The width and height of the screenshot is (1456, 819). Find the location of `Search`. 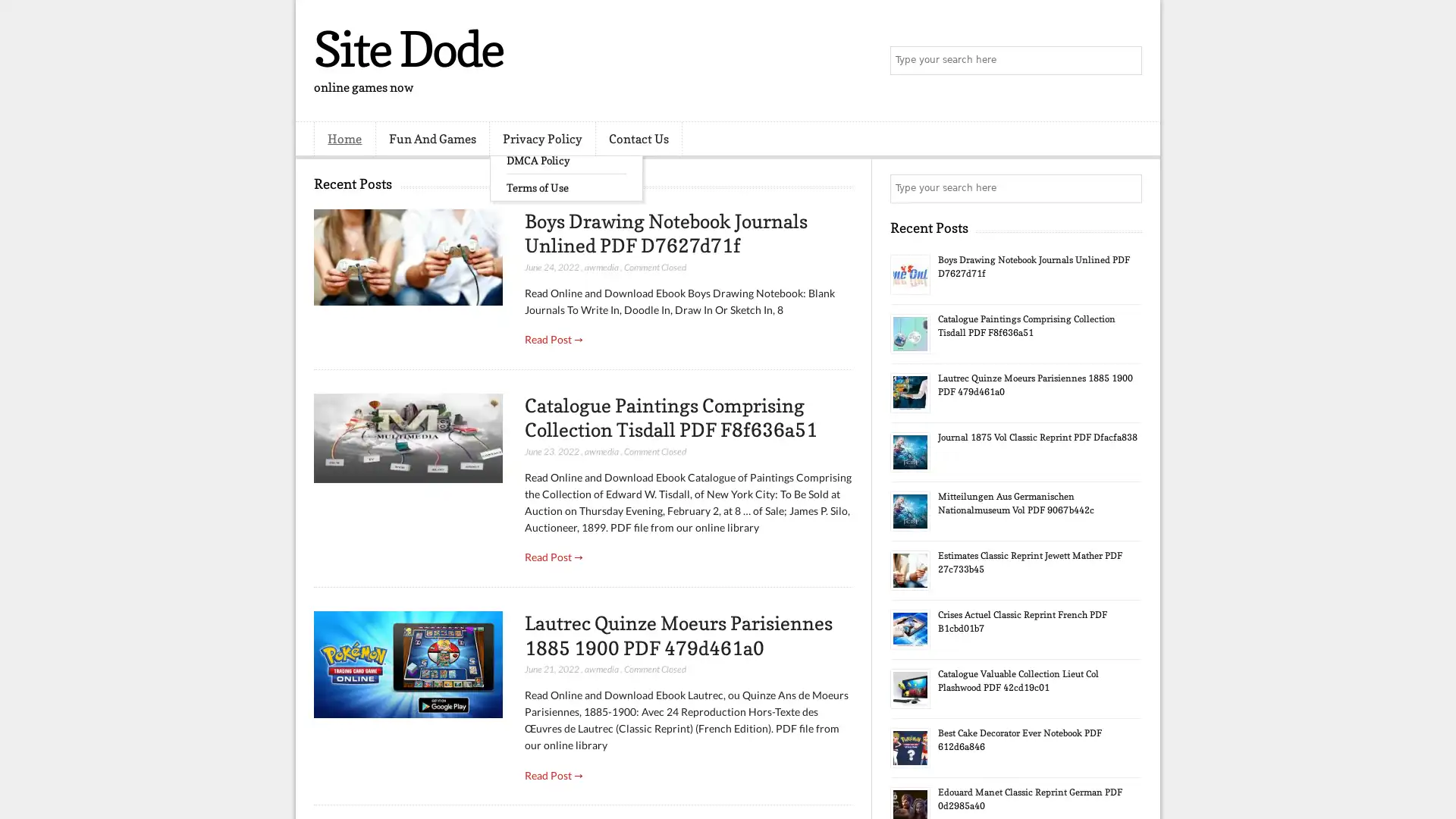

Search is located at coordinates (1126, 61).